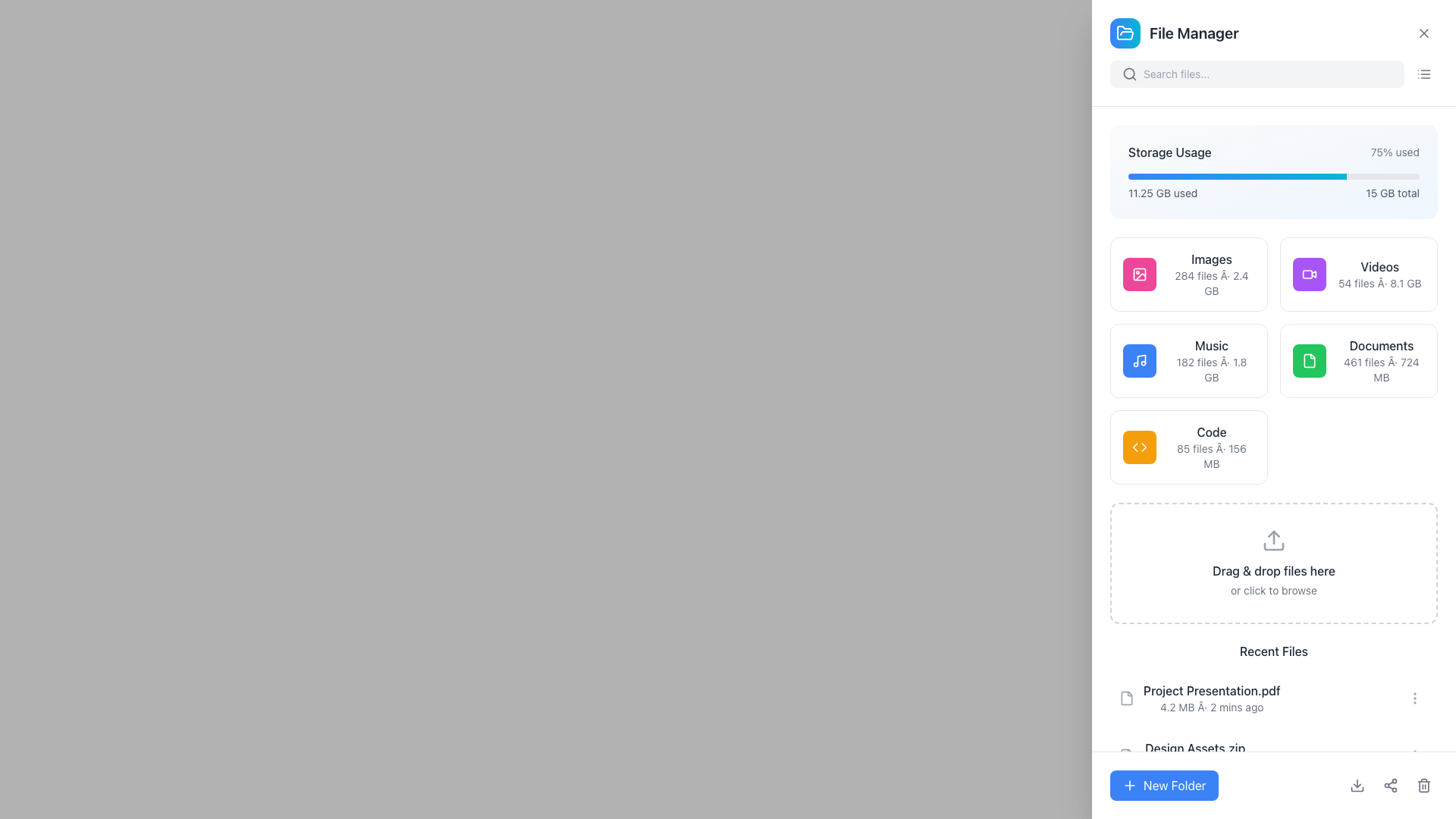 The height and width of the screenshot is (819, 1456). Describe the element at coordinates (1211, 370) in the screenshot. I see `the text label that displays details about the 'Music' category, which shows the number of files and total size, located below the 'Music' title and centrally aligned within the 'Music' card` at that location.